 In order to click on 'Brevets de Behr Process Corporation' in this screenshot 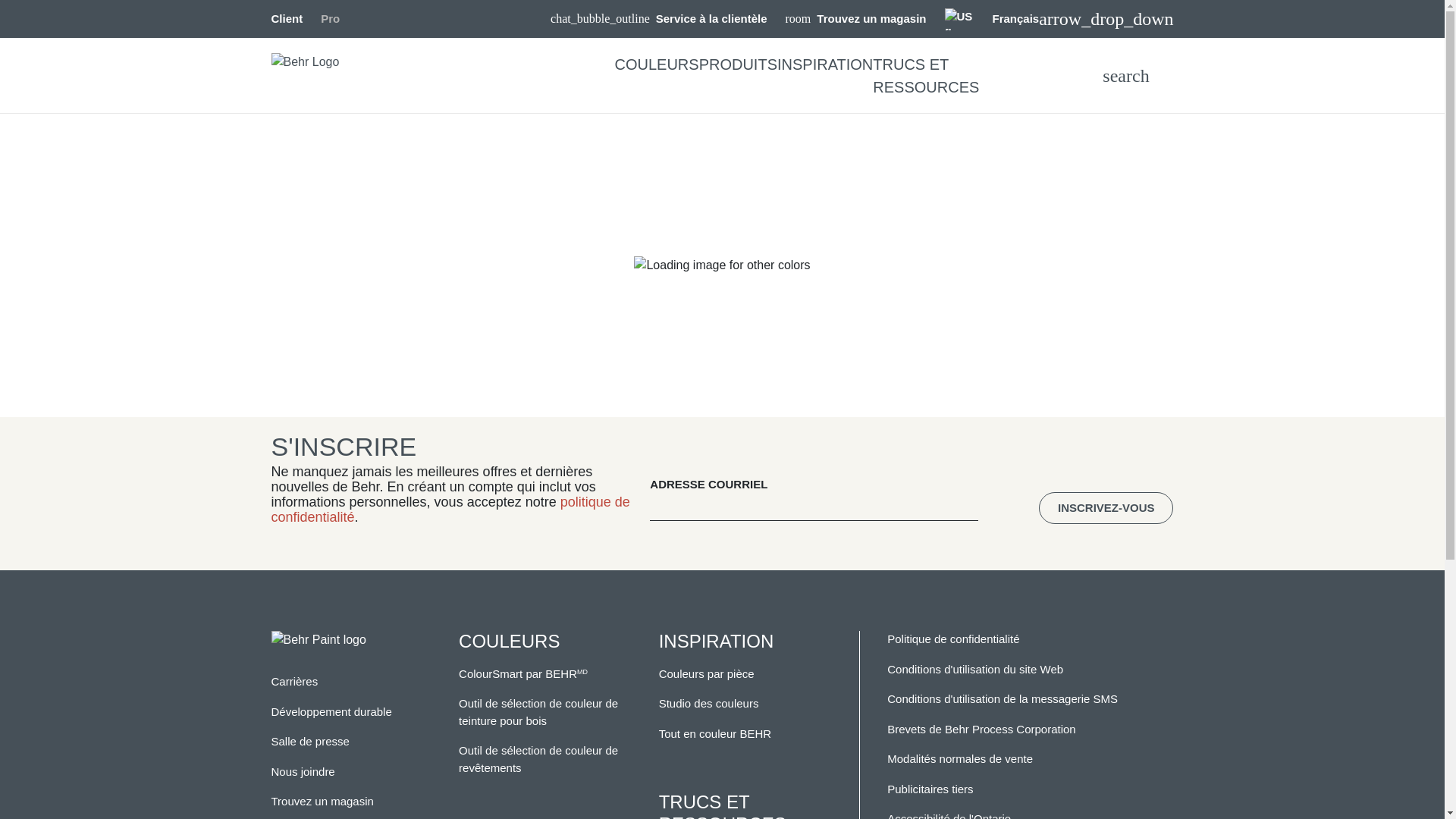, I will do `click(887, 728)`.